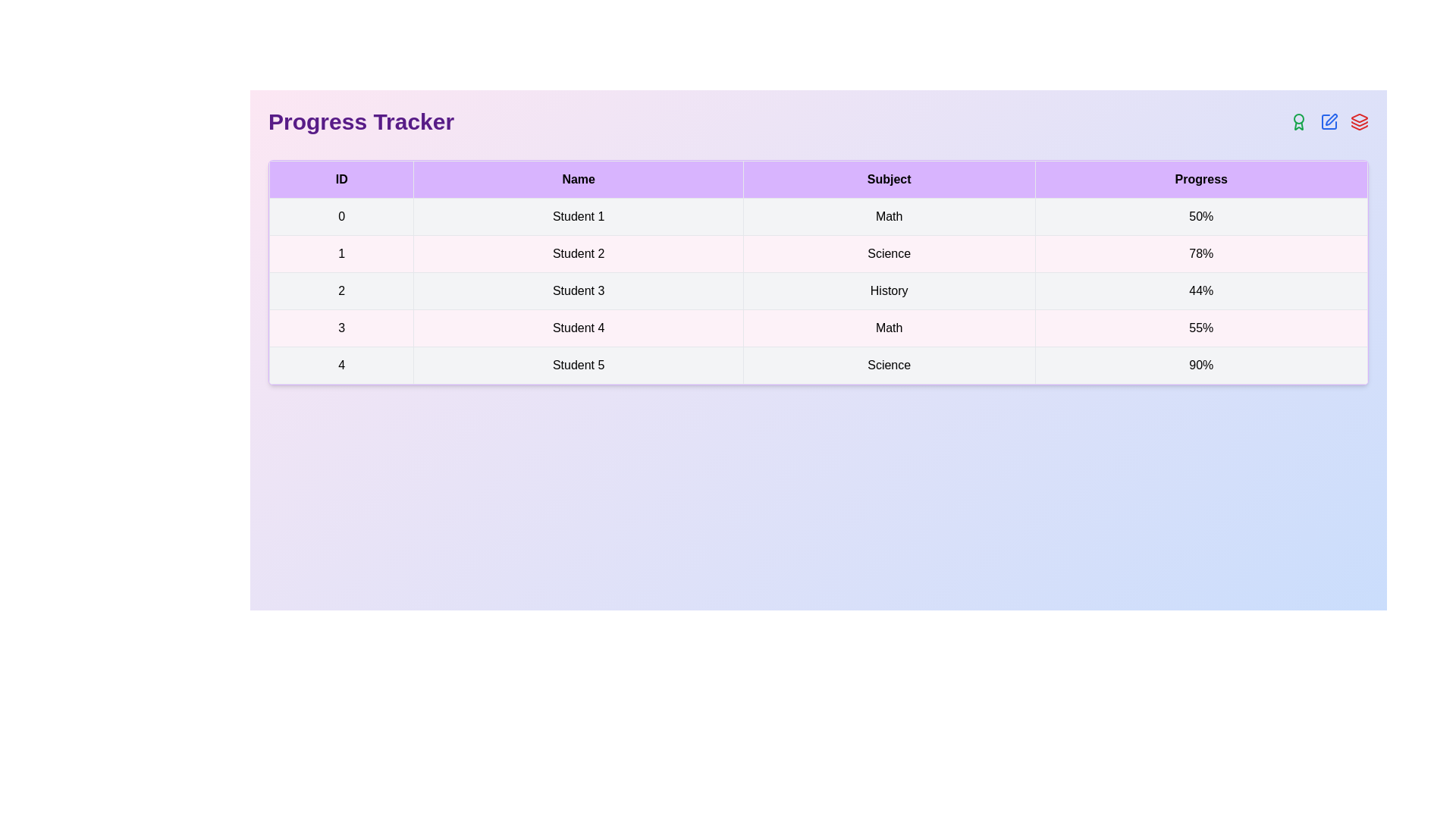 The height and width of the screenshot is (819, 1456). Describe the element at coordinates (817, 253) in the screenshot. I see `the row corresponding to the student with ID 1` at that location.